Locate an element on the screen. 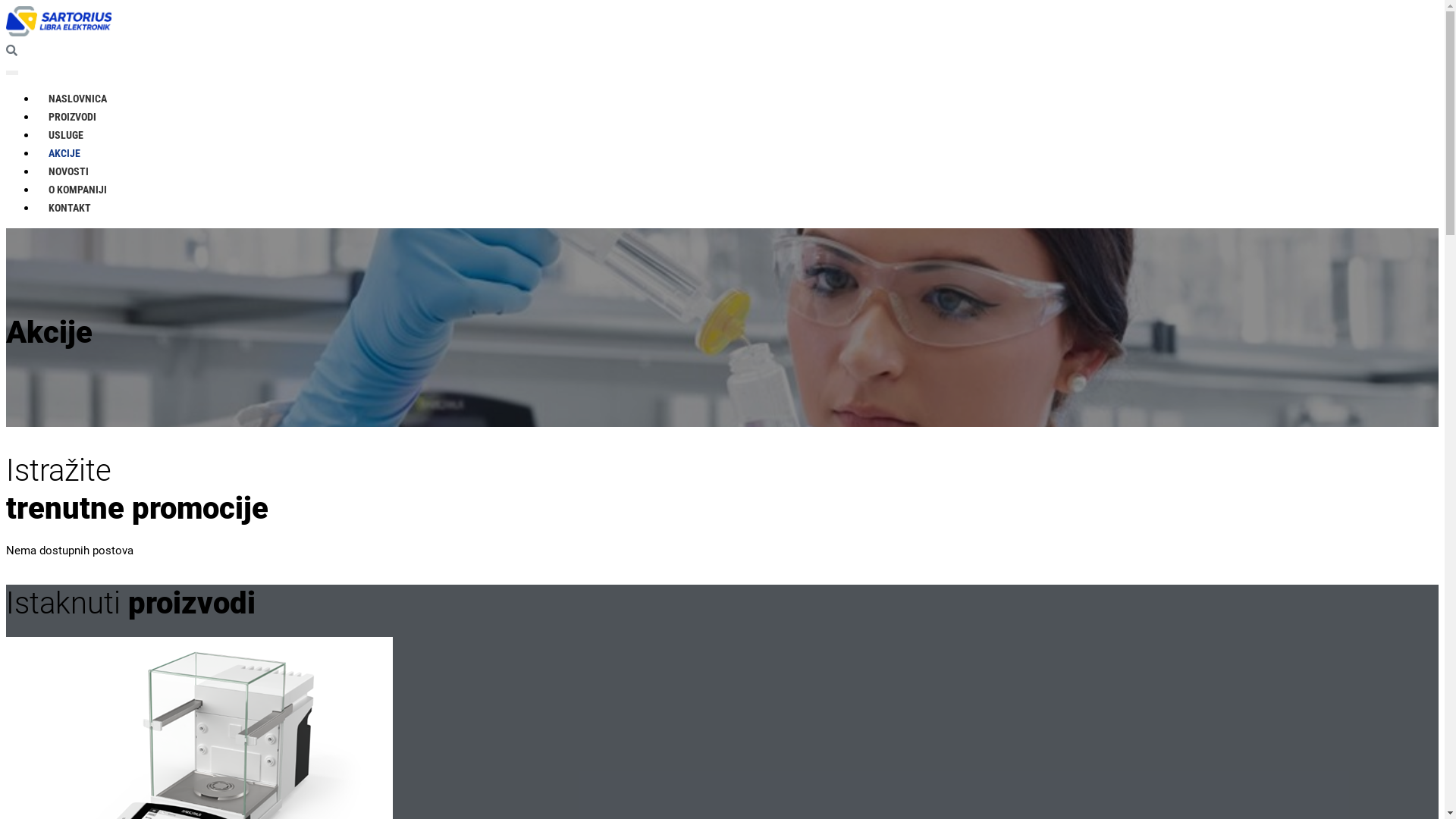 Image resolution: width=1456 pixels, height=819 pixels. 'USLUGE' is located at coordinates (64, 133).